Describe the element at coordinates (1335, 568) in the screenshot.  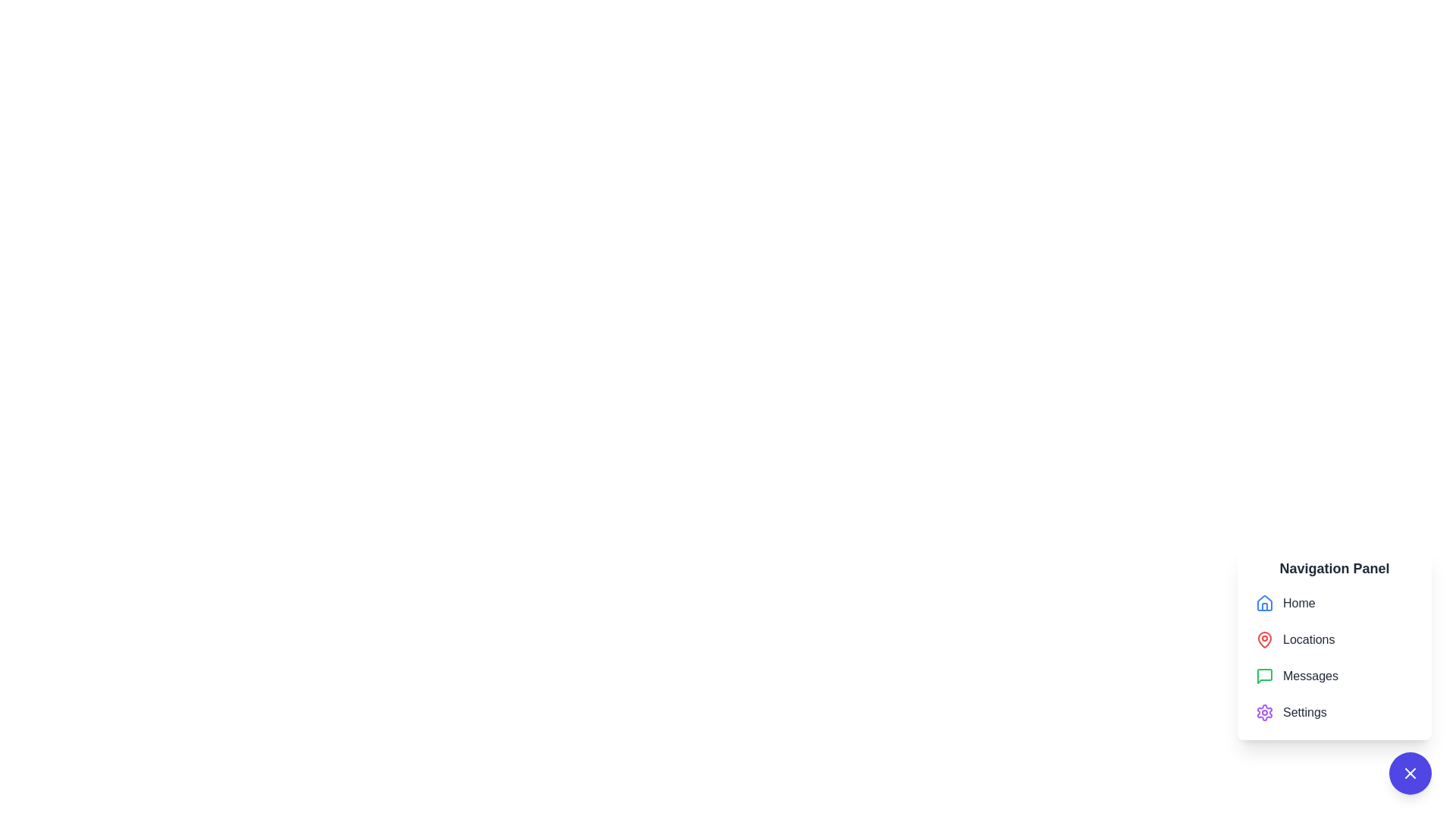
I see `the 'Navigation Panel' header text label, which serves as the title for the navigation card and is positioned at the top of the card above the navigation items` at that location.